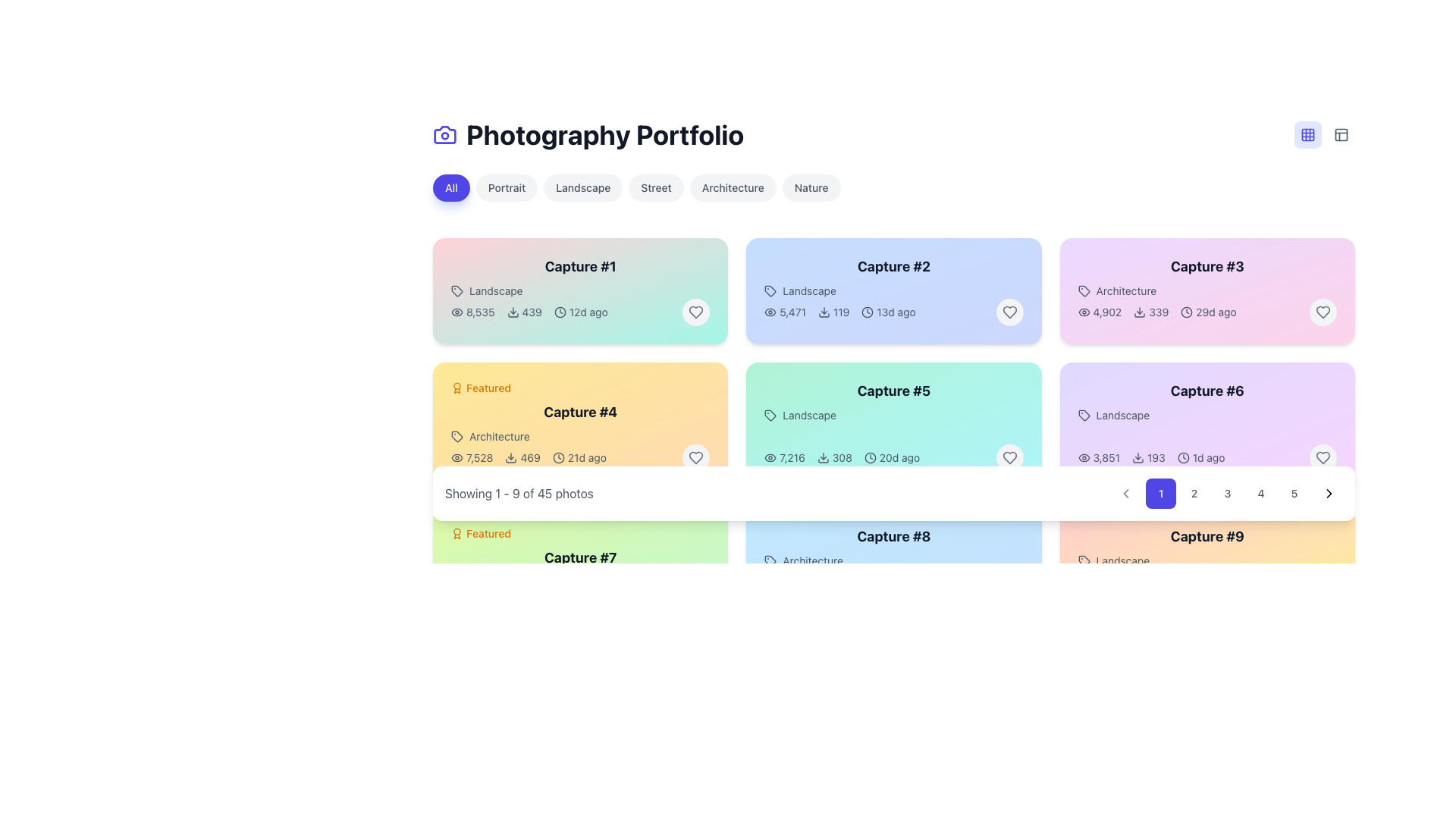  I want to click on the Custom SVG graphical badge that marks the 'Capture #4' card as 'Featured', which is positioned leftmost before the 'Featured' text in the yellow-colored box, so click(457, 388).